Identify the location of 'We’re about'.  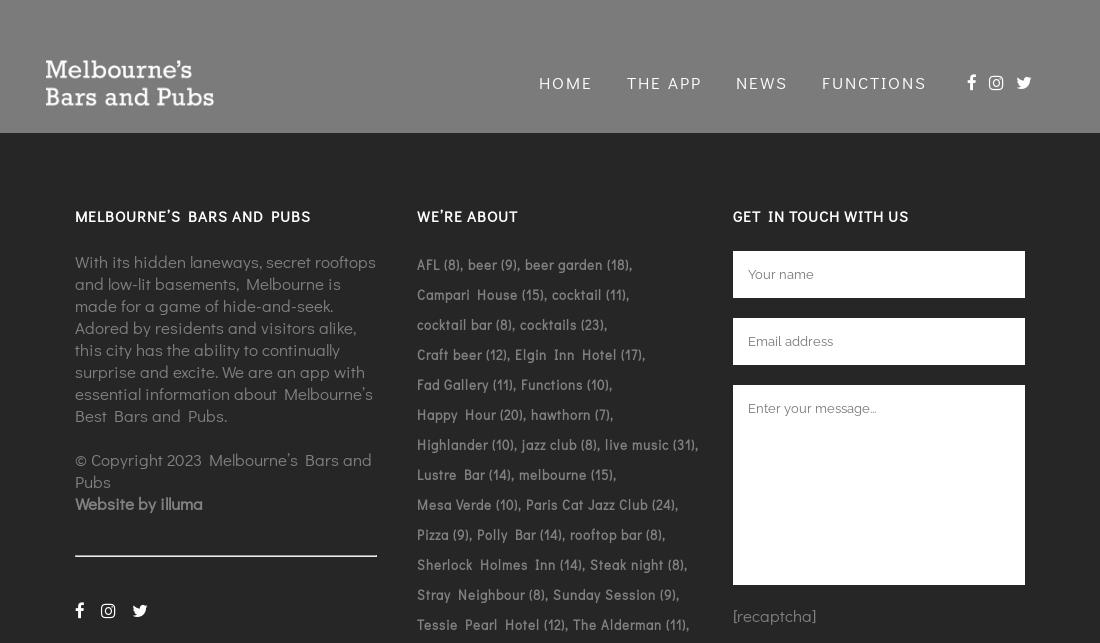
(415, 215).